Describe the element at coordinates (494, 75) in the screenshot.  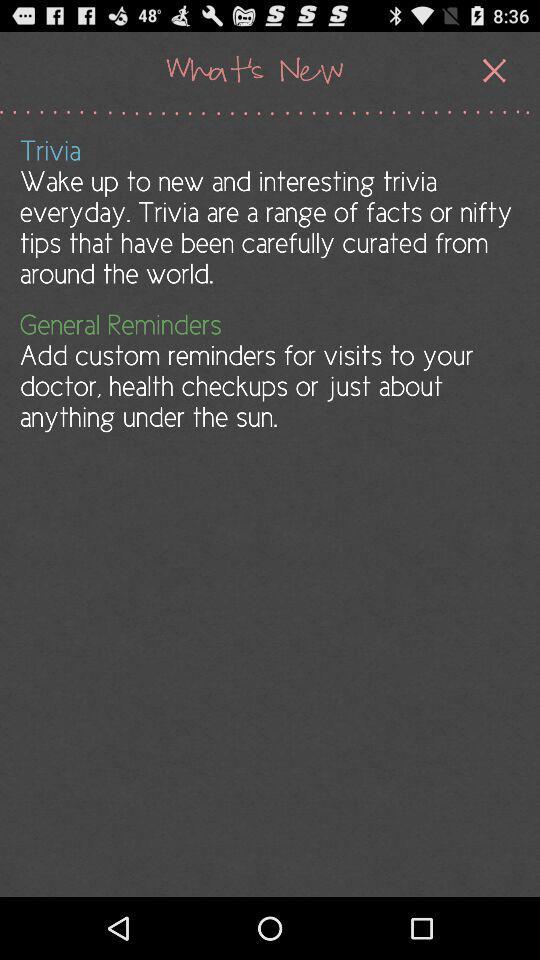
I see `the close icon` at that location.